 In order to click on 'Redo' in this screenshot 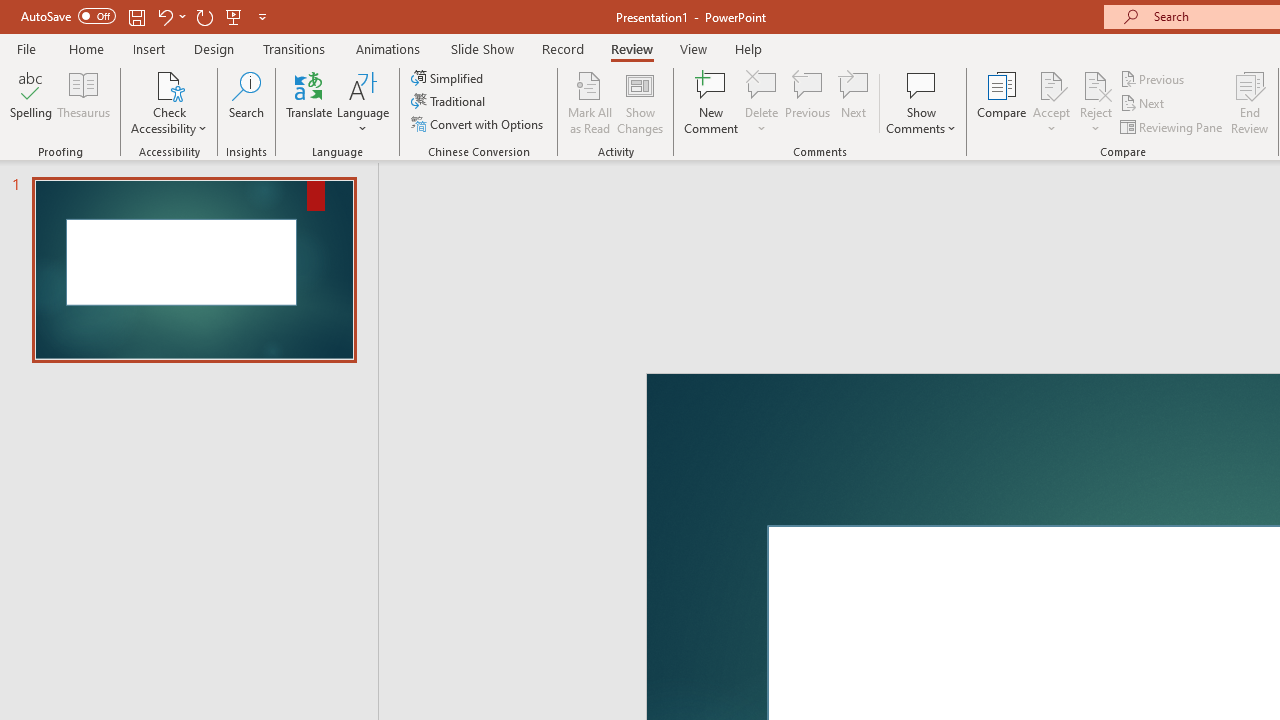, I will do `click(204, 16)`.